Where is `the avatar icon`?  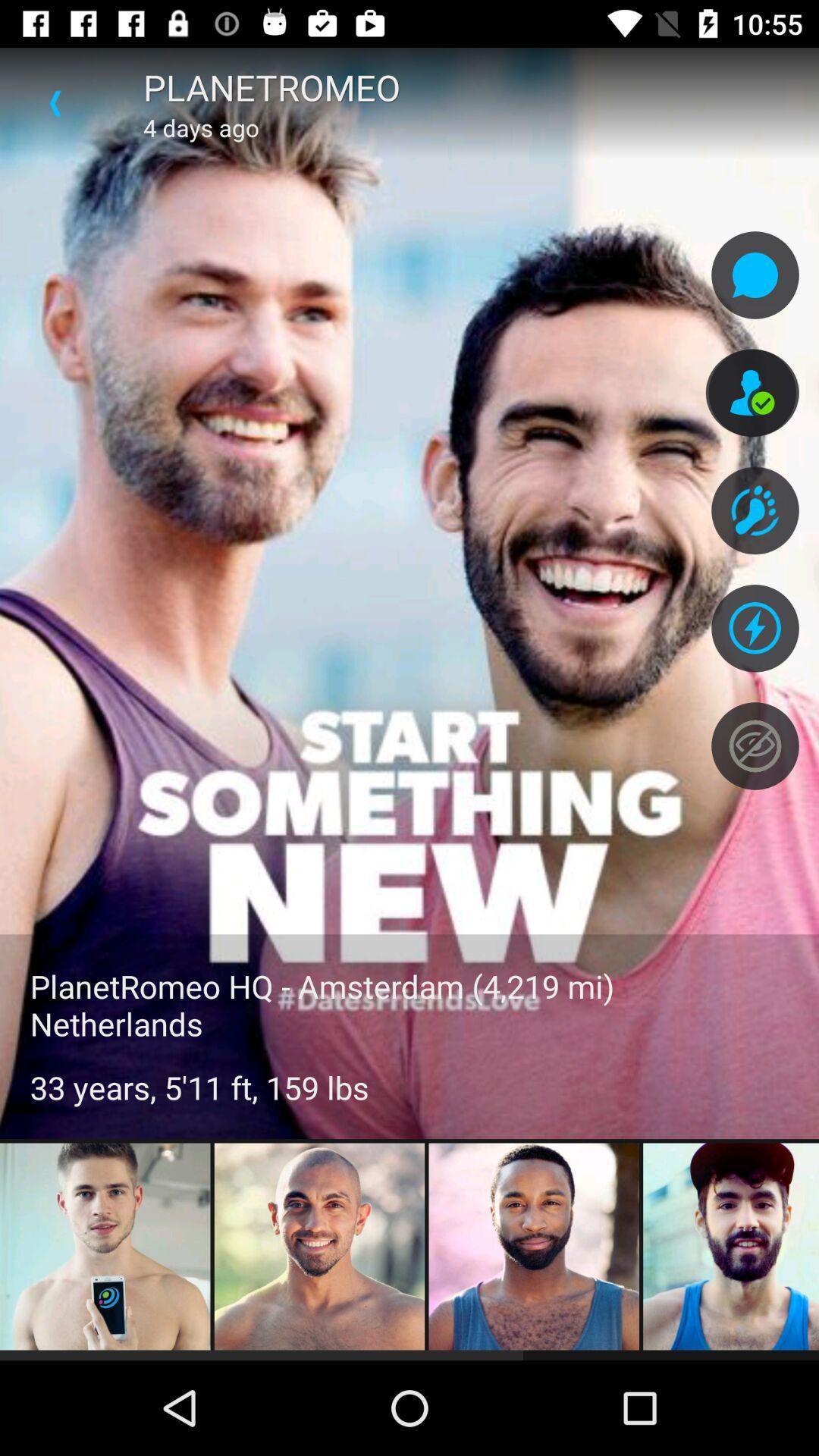 the avatar icon is located at coordinates (752, 393).